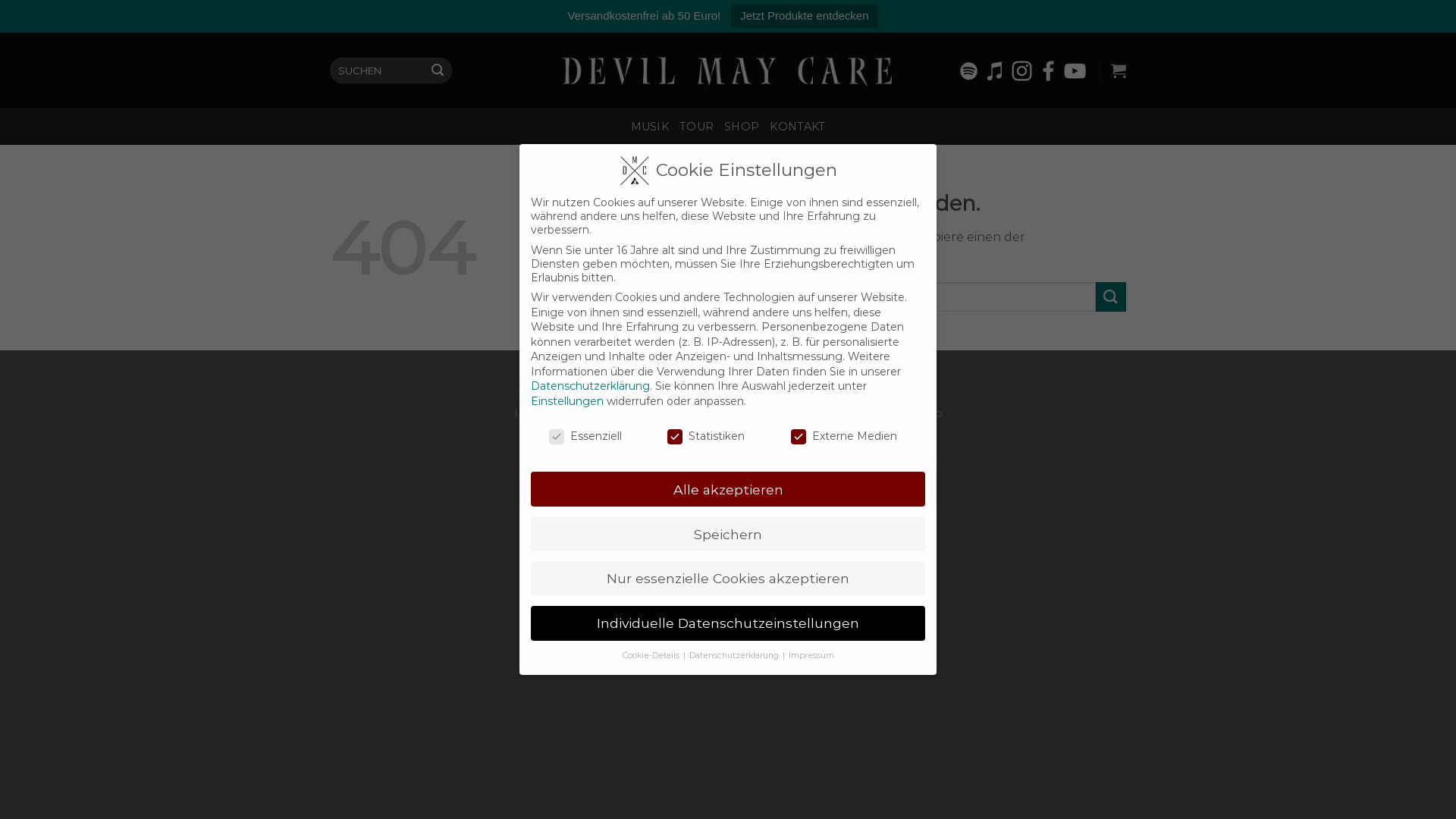 The height and width of the screenshot is (819, 1456). I want to click on 'Jetzt Produkte entdecken', so click(803, 16).